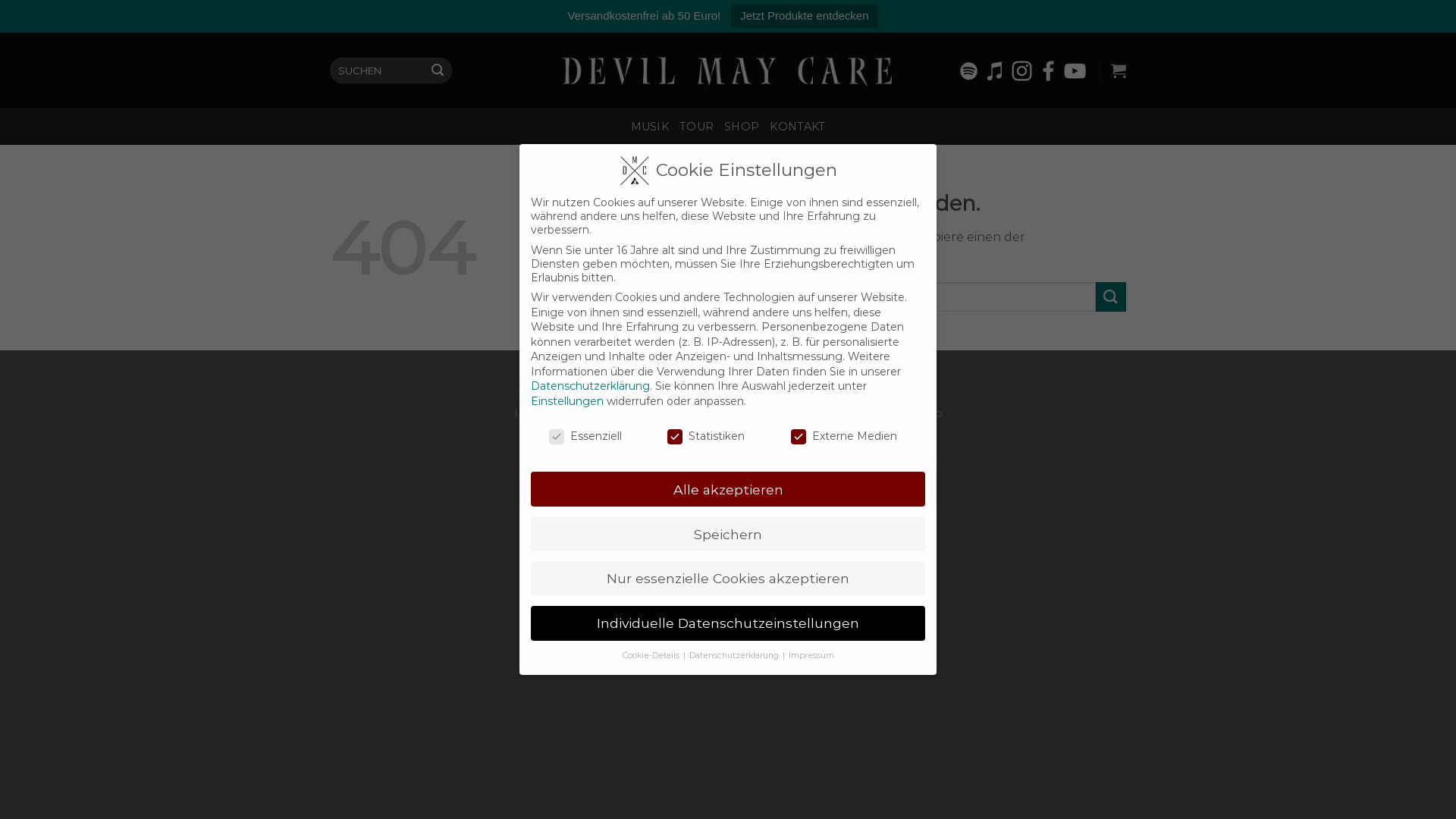 The height and width of the screenshot is (819, 1456). I want to click on 'Jetzt Produkte entdecken', so click(803, 16).